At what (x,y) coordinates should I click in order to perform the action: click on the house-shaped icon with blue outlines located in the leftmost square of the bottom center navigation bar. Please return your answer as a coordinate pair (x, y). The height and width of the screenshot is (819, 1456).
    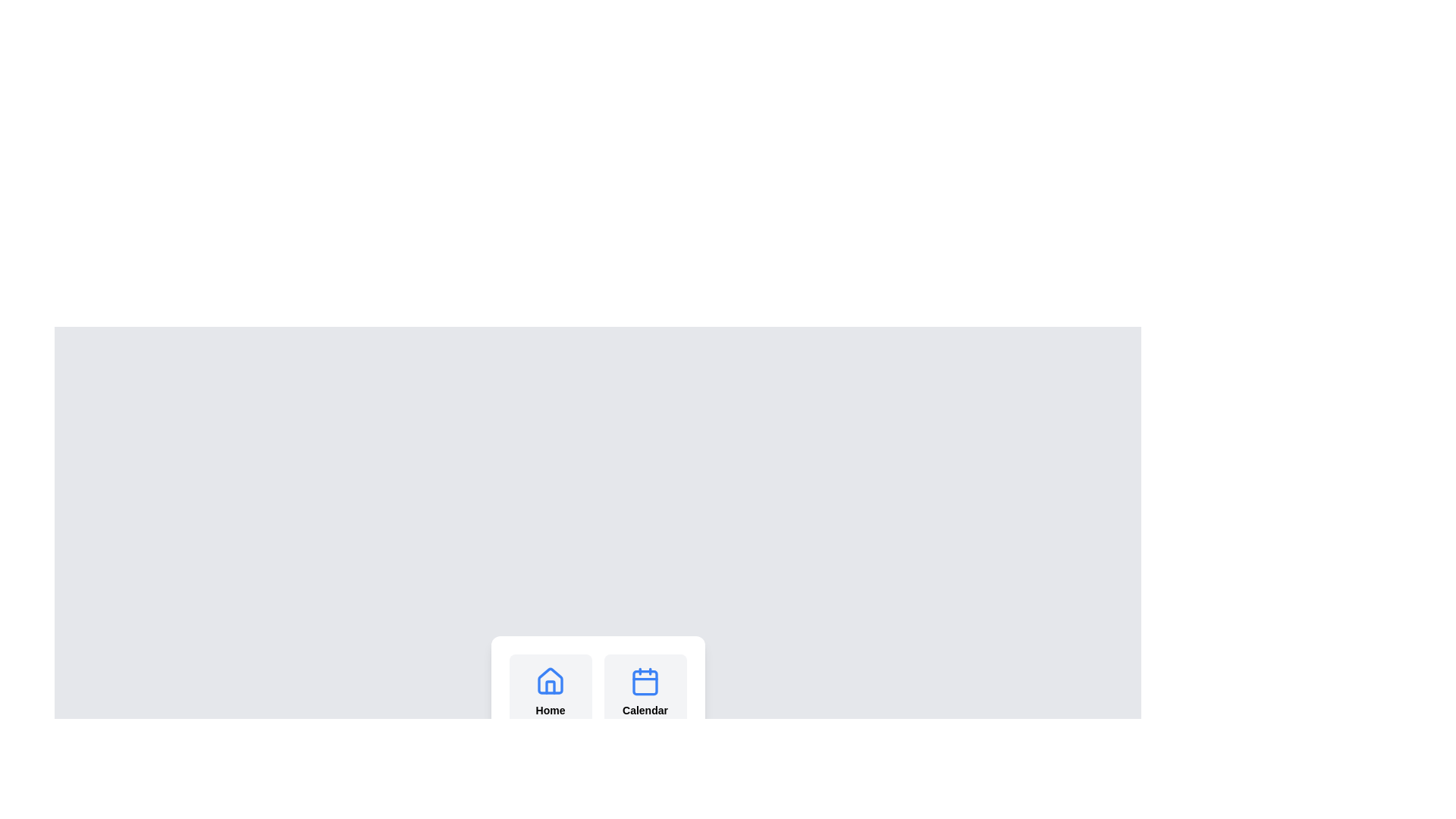
    Looking at the image, I should click on (549, 680).